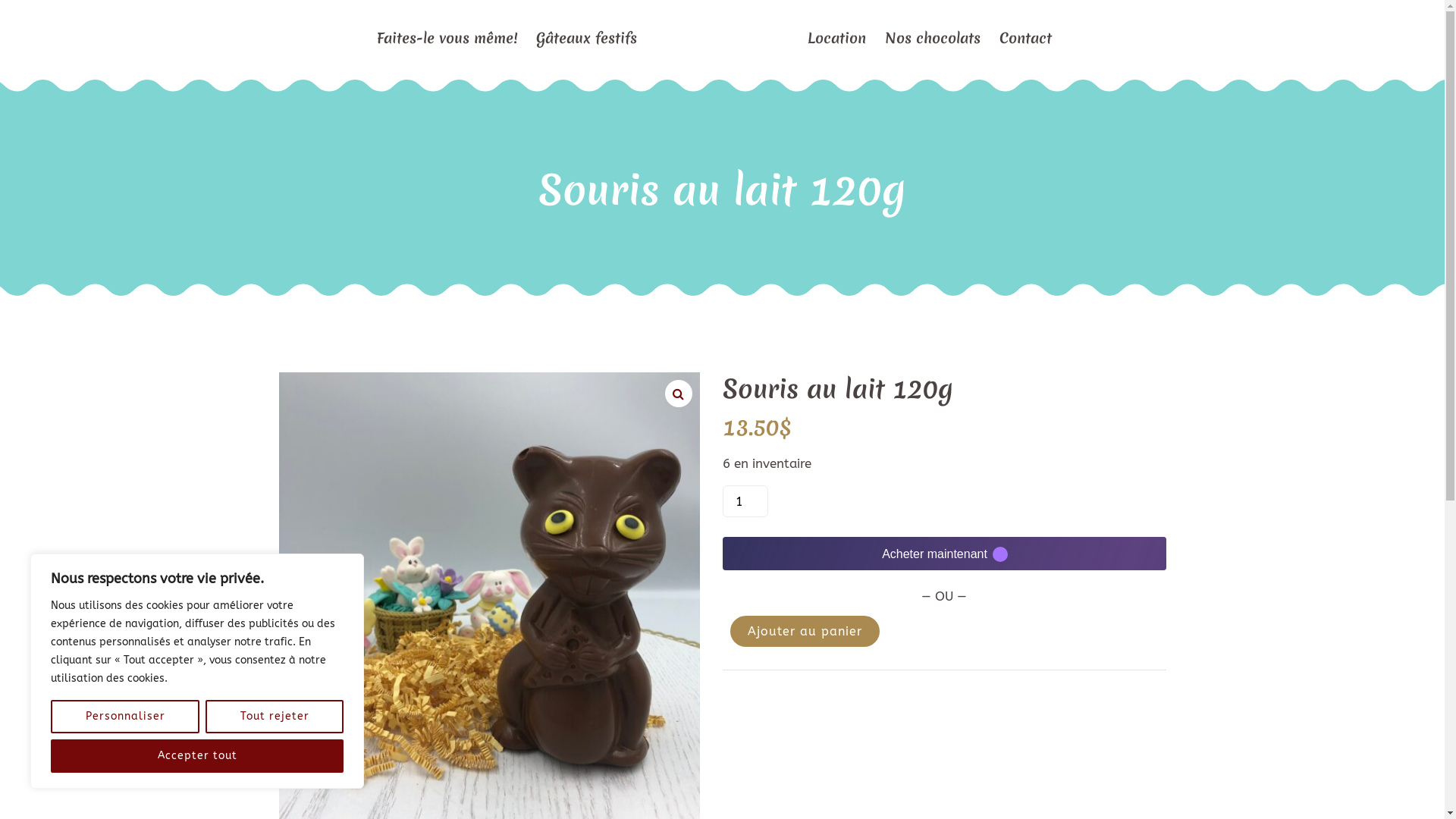 The height and width of the screenshot is (819, 1456). Describe the element at coordinates (274, 717) in the screenshot. I see `'Tout rejeter'` at that location.